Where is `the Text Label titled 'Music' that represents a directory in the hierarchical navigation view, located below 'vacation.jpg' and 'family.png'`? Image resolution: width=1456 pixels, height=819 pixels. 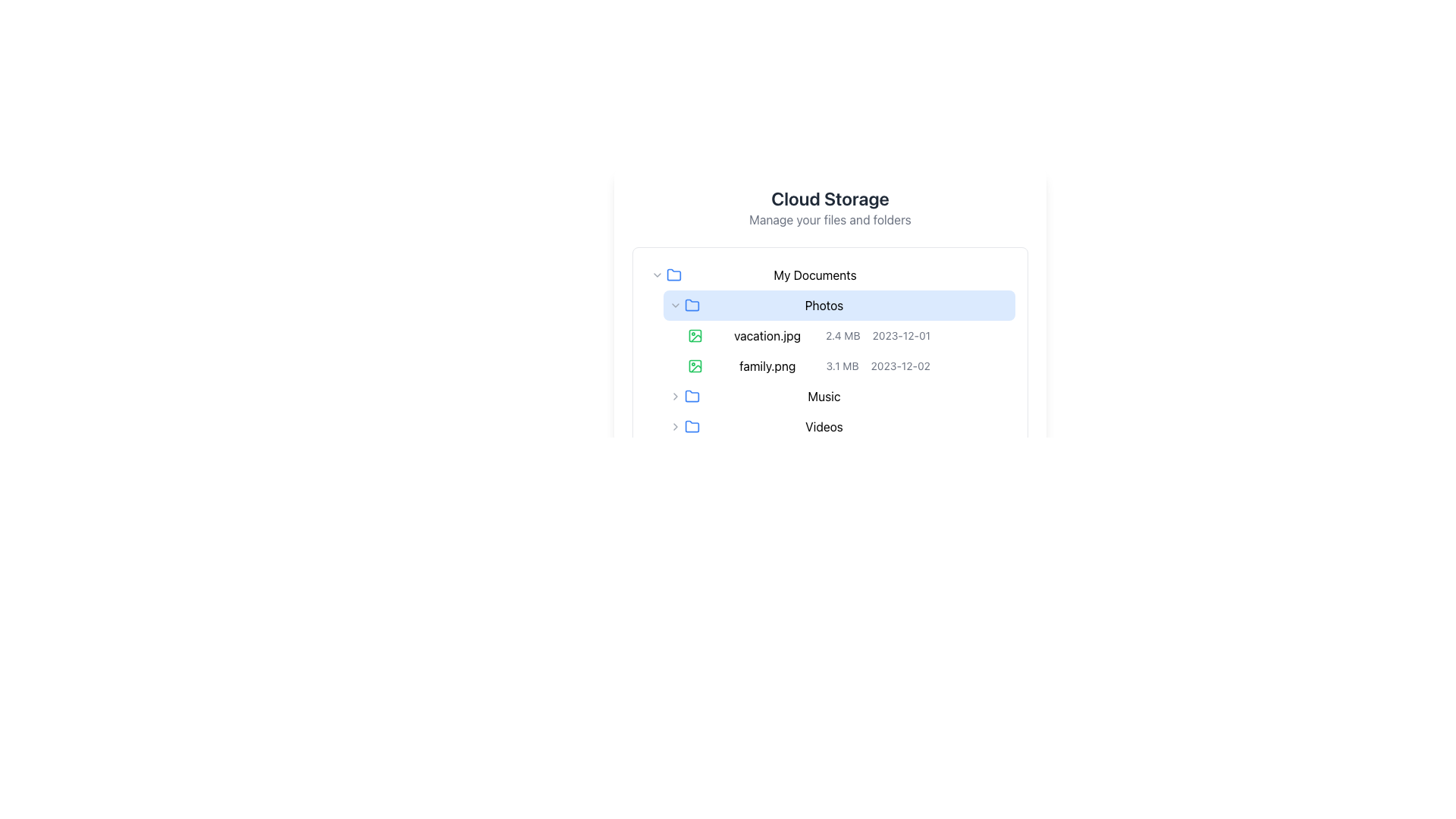 the Text Label titled 'Music' that represents a directory in the hierarchical navigation view, located below 'vacation.jpg' and 'family.png' is located at coordinates (823, 396).